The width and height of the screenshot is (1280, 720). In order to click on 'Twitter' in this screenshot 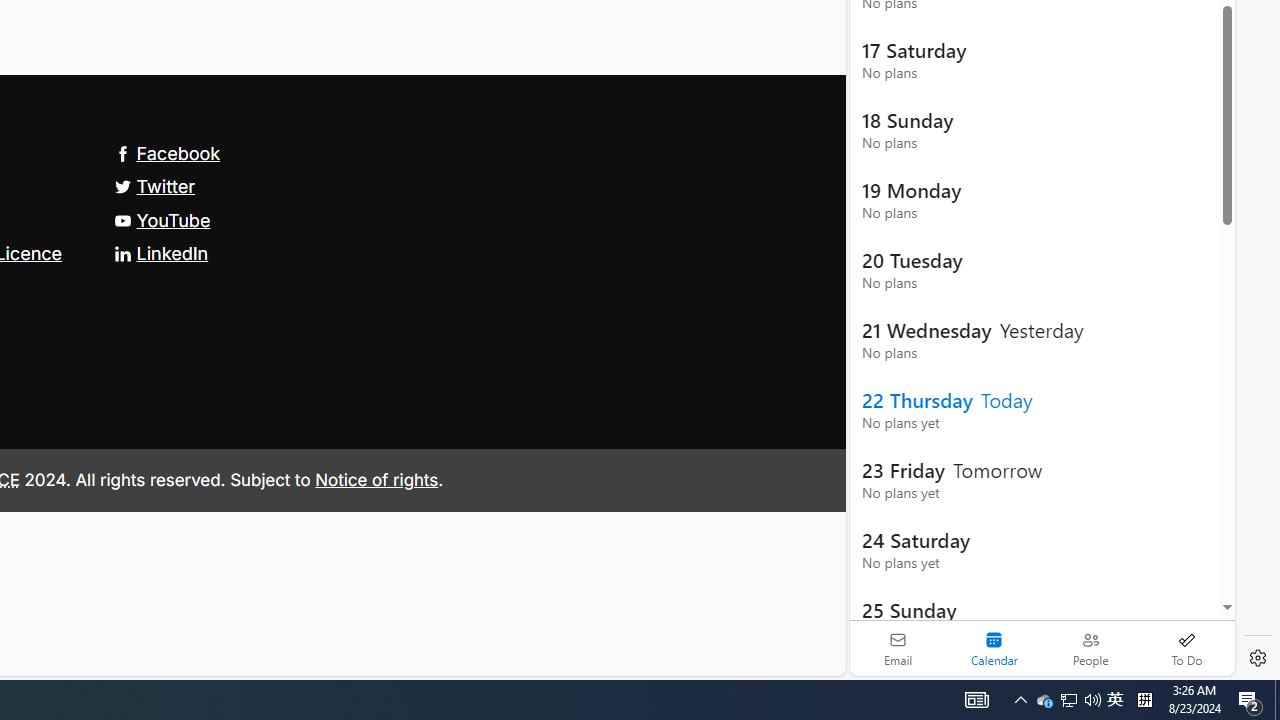, I will do `click(153, 186)`.